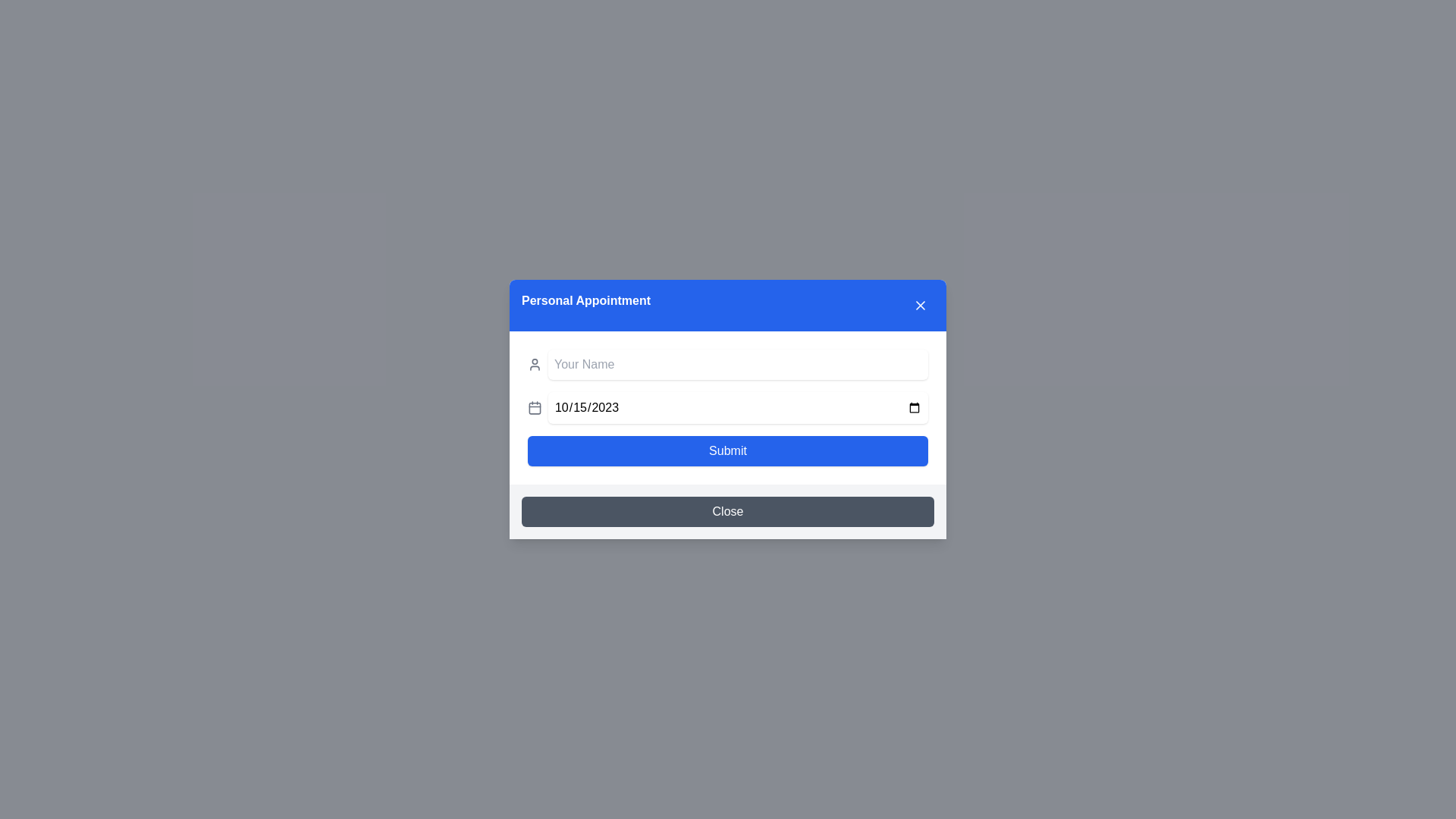 Image resolution: width=1456 pixels, height=819 pixels. Describe the element at coordinates (728, 512) in the screenshot. I see `the close button located at the bottom of the modal dialog` at that location.